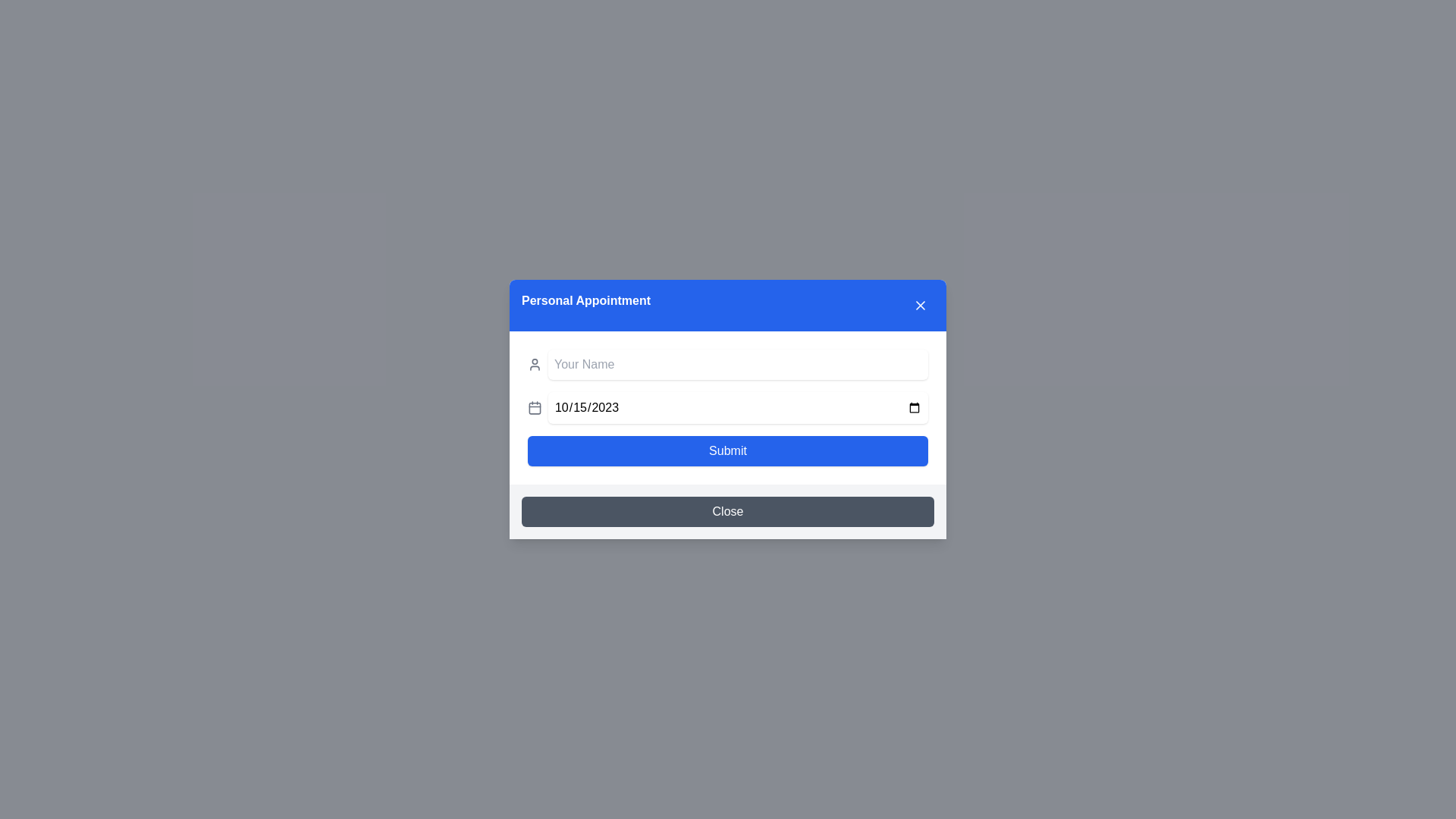 Image resolution: width=1456 pixels, height=819 pixels. Describe the element at coordinates (728, 512) in the screenshot. I see `the close button located at the bottom of the modal dialog` at that location.